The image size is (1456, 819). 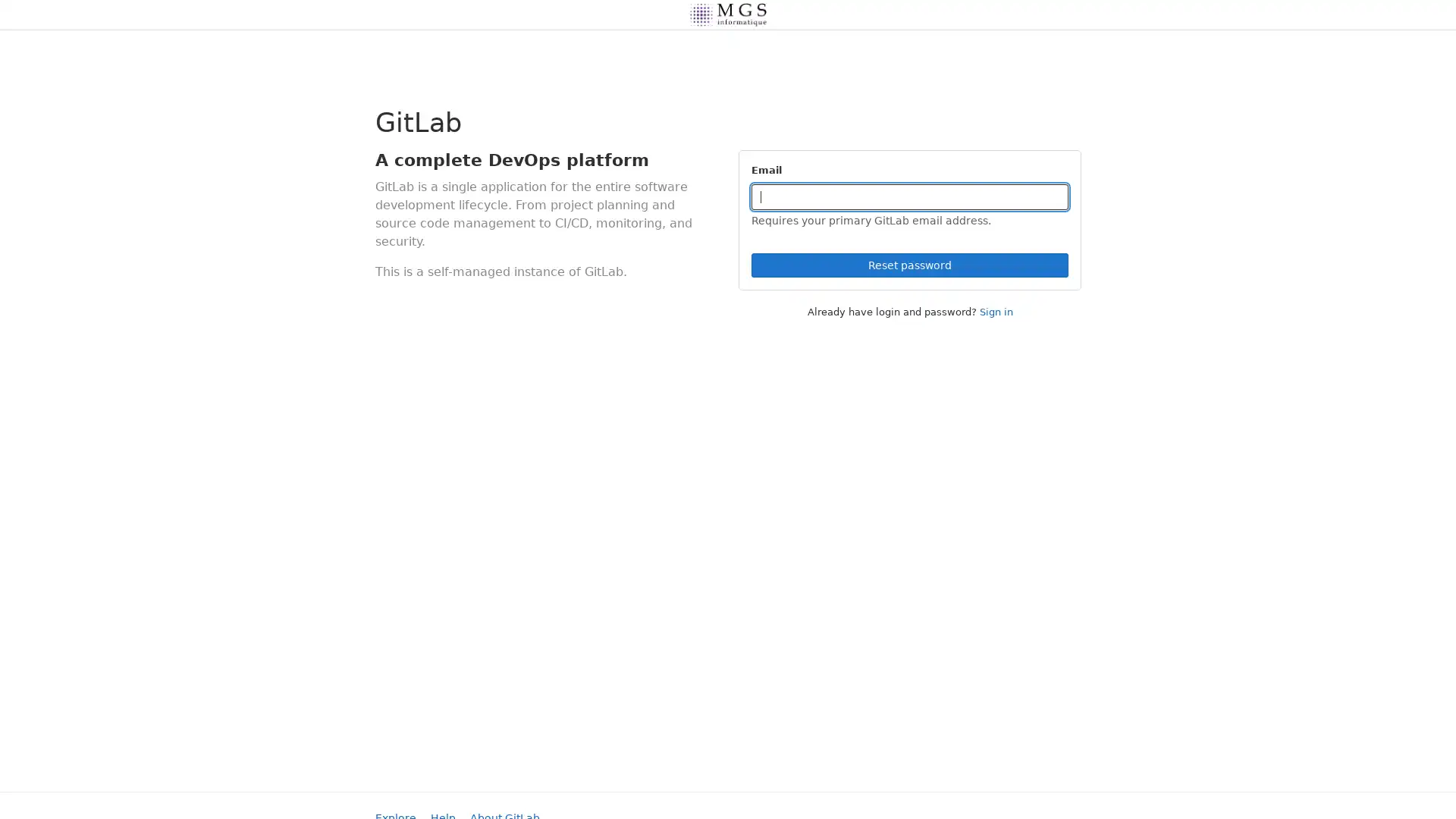 I want to click on Reset password, so click(x=910, y=263).